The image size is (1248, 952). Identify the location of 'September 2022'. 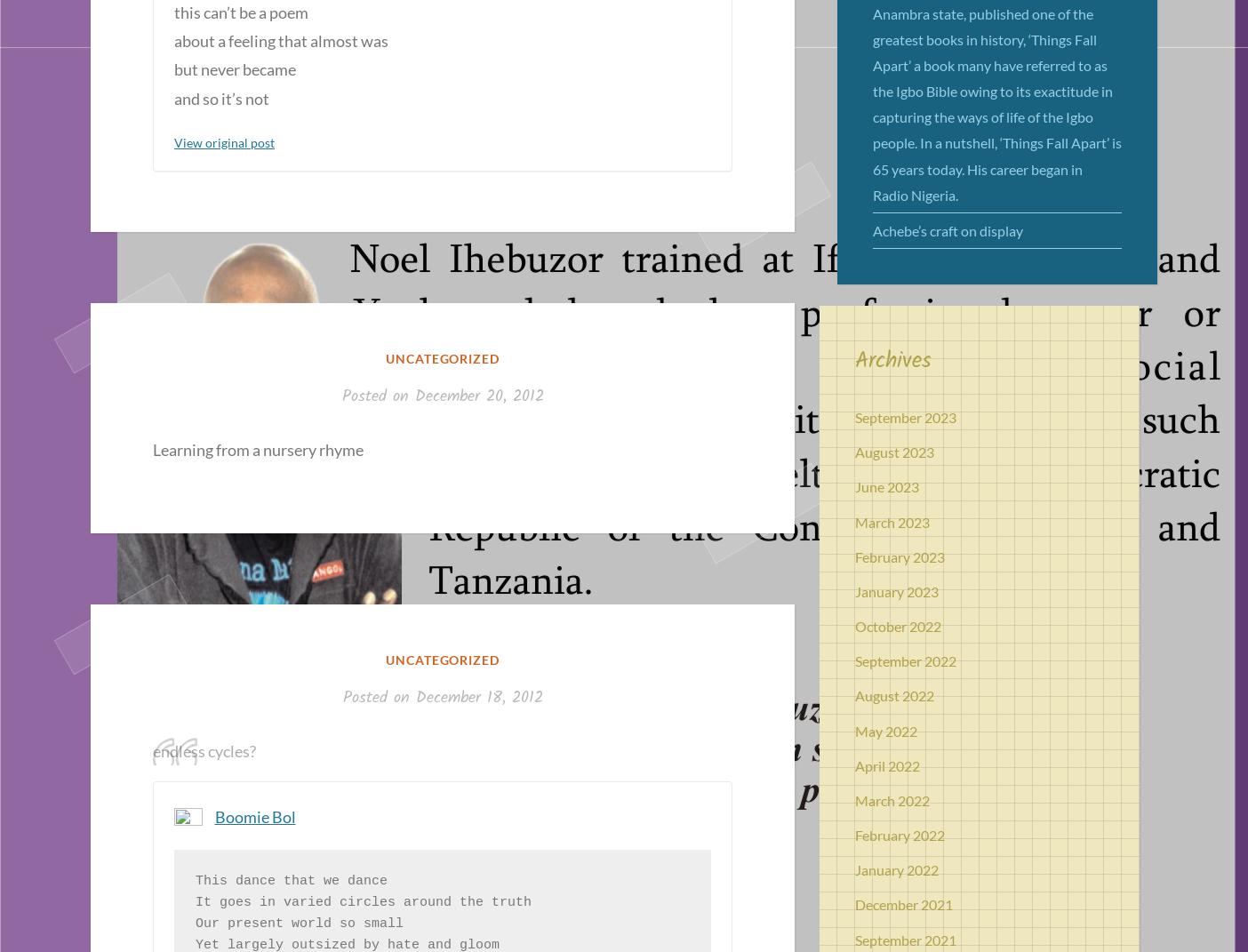
(855, 660).